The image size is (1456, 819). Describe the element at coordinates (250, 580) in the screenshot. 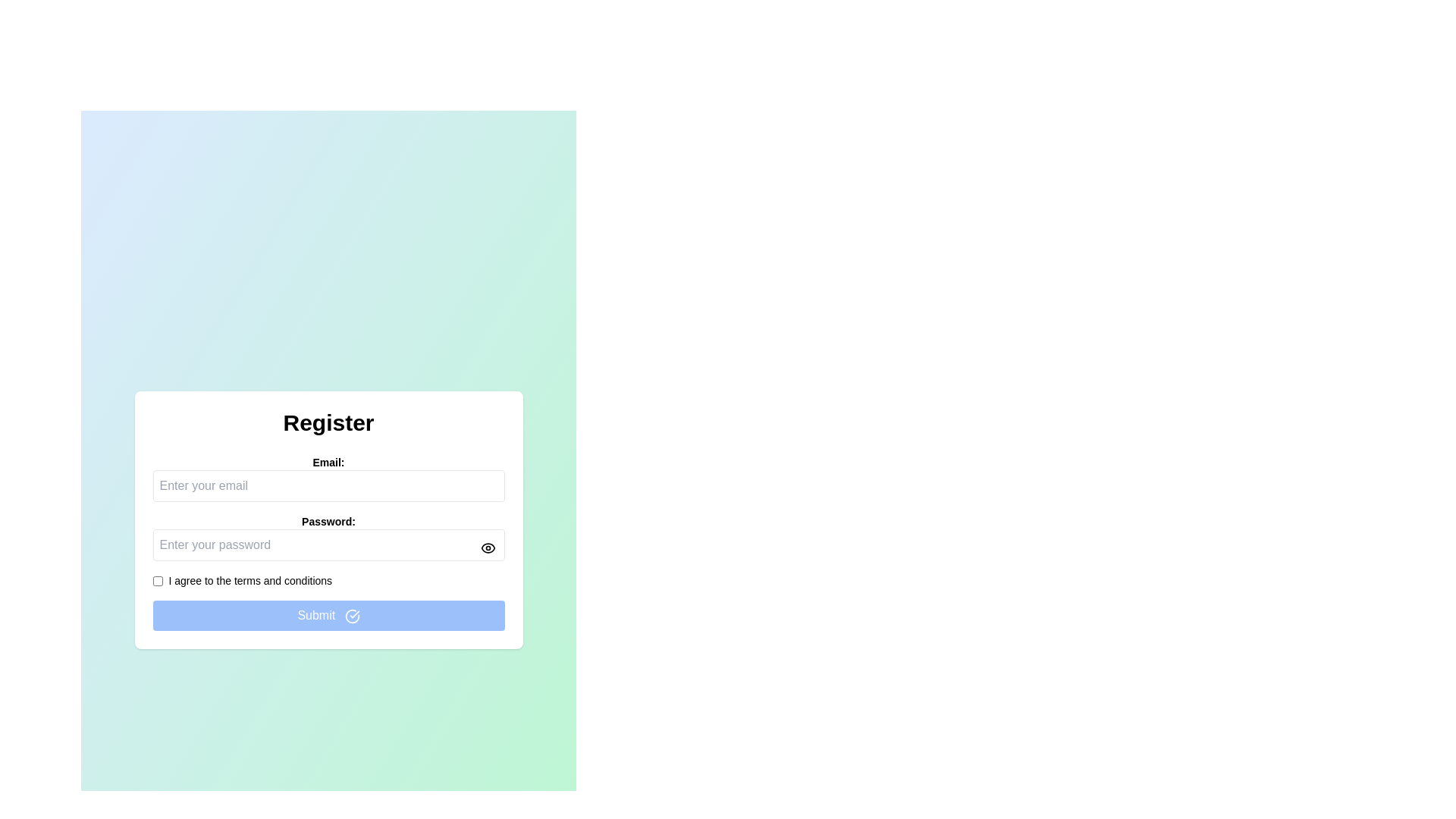

I see `the text label that states 'I agree to the terms and conditions' to read the text` at that location.